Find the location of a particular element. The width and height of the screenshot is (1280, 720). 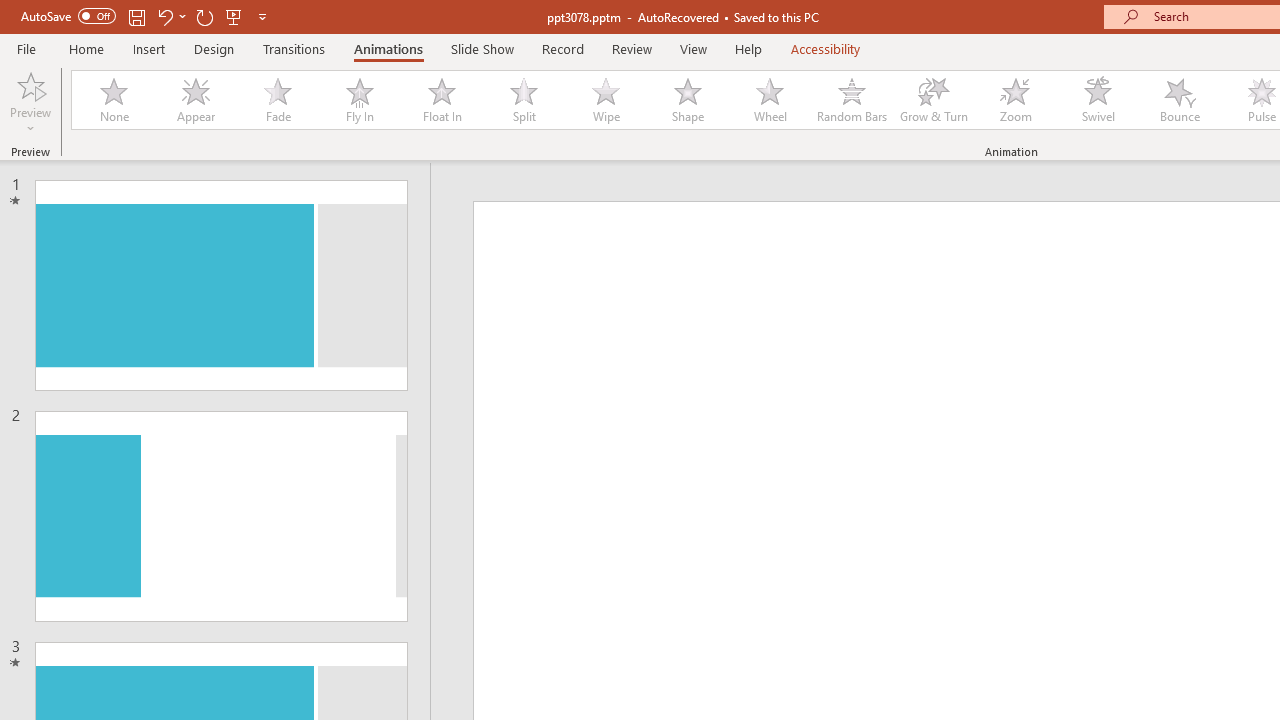

'None' is located at coordinates (112, 100).